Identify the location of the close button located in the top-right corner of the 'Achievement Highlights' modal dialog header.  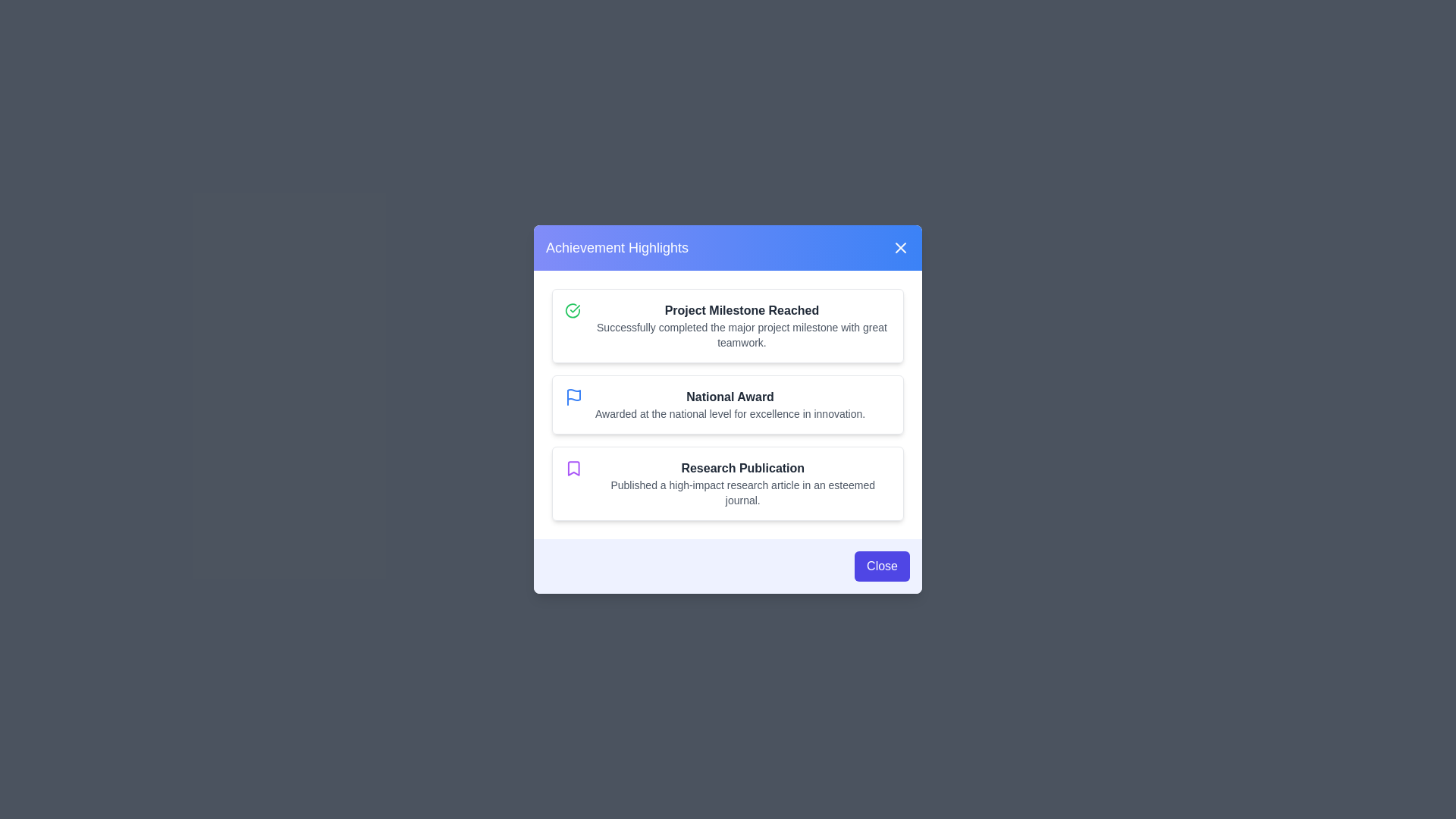
(901, 247).